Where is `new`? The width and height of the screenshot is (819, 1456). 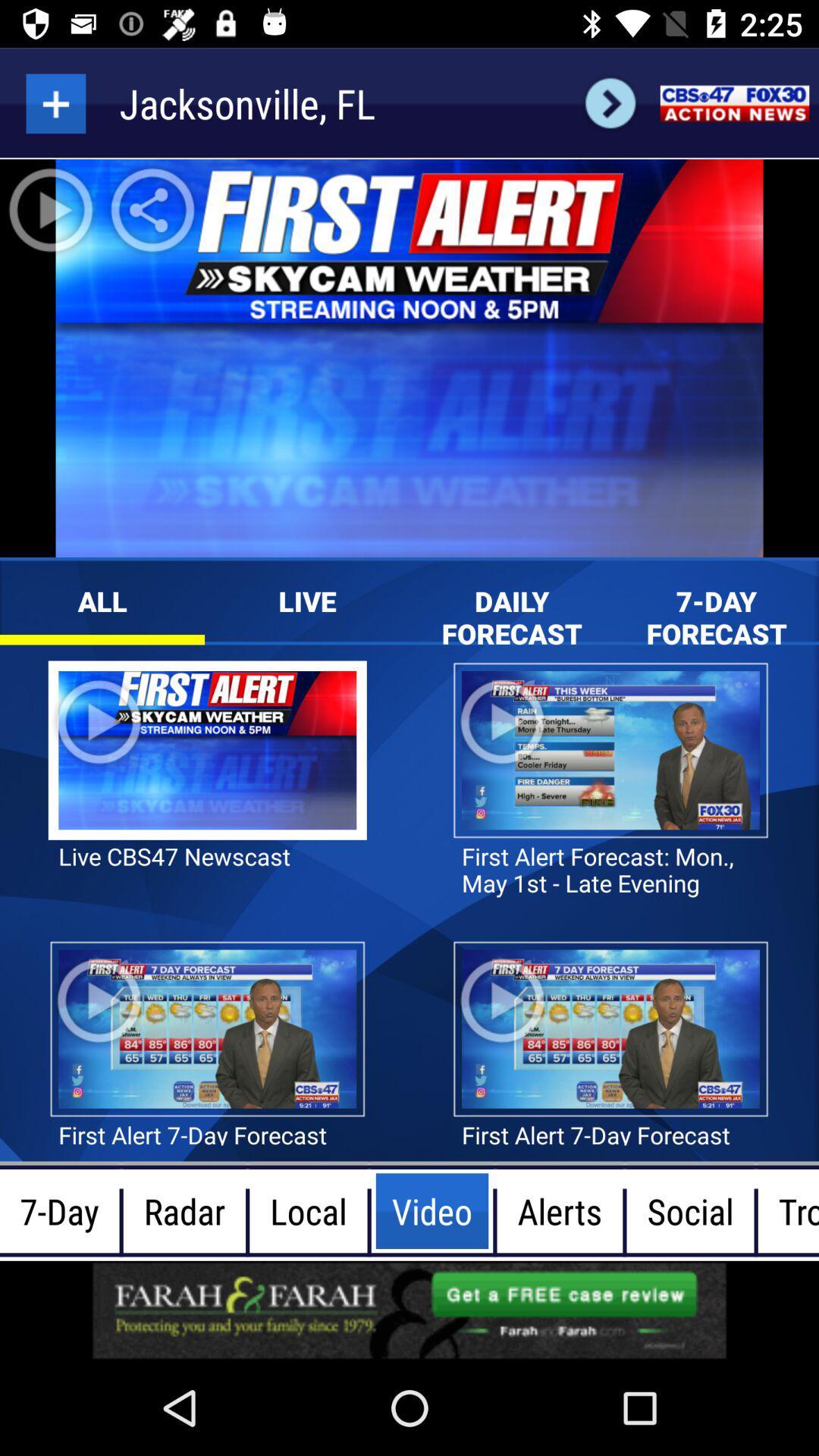
new is located at coordinates (55, 102).